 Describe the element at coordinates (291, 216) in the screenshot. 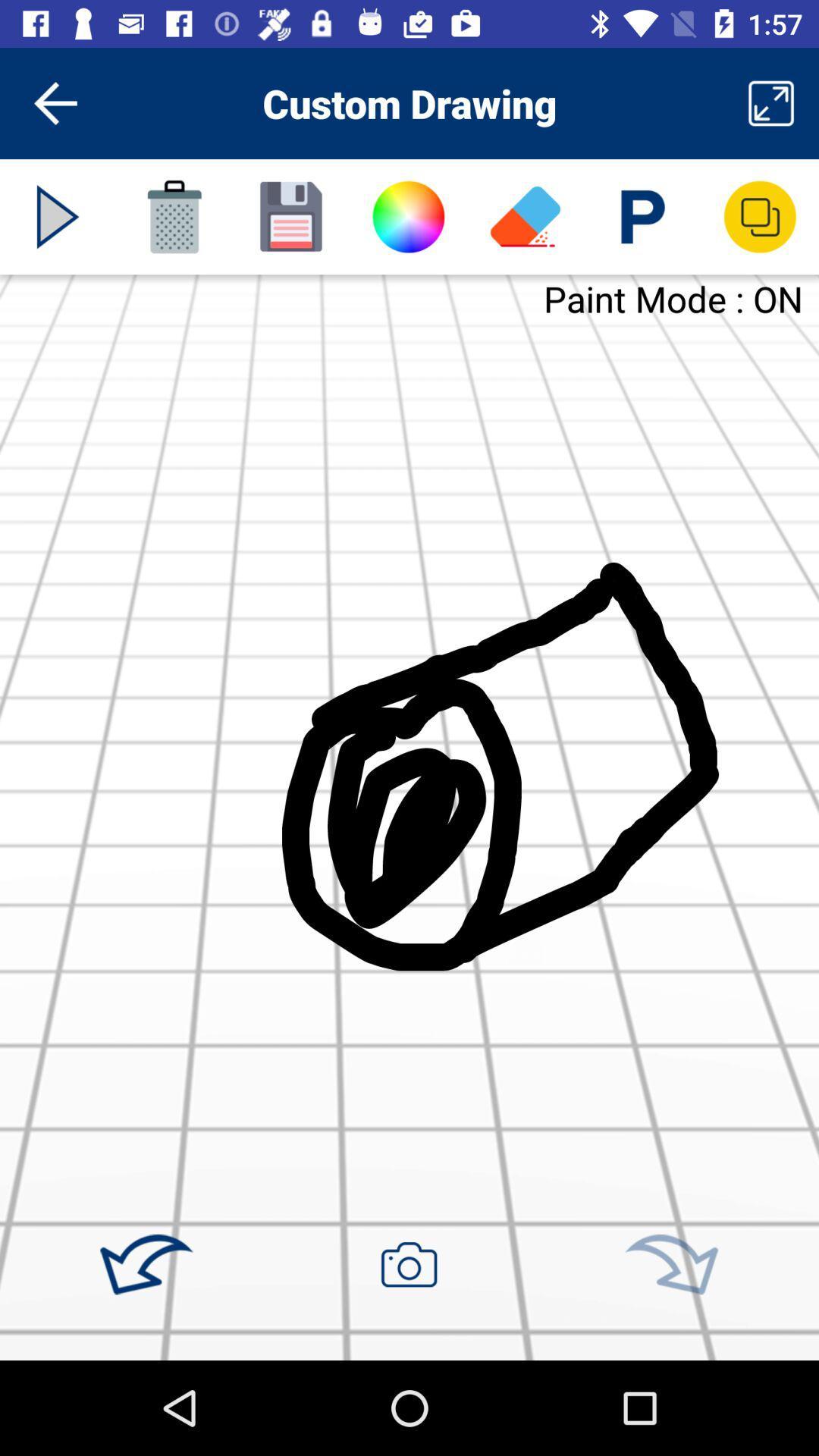

I see `would save file` at that location.